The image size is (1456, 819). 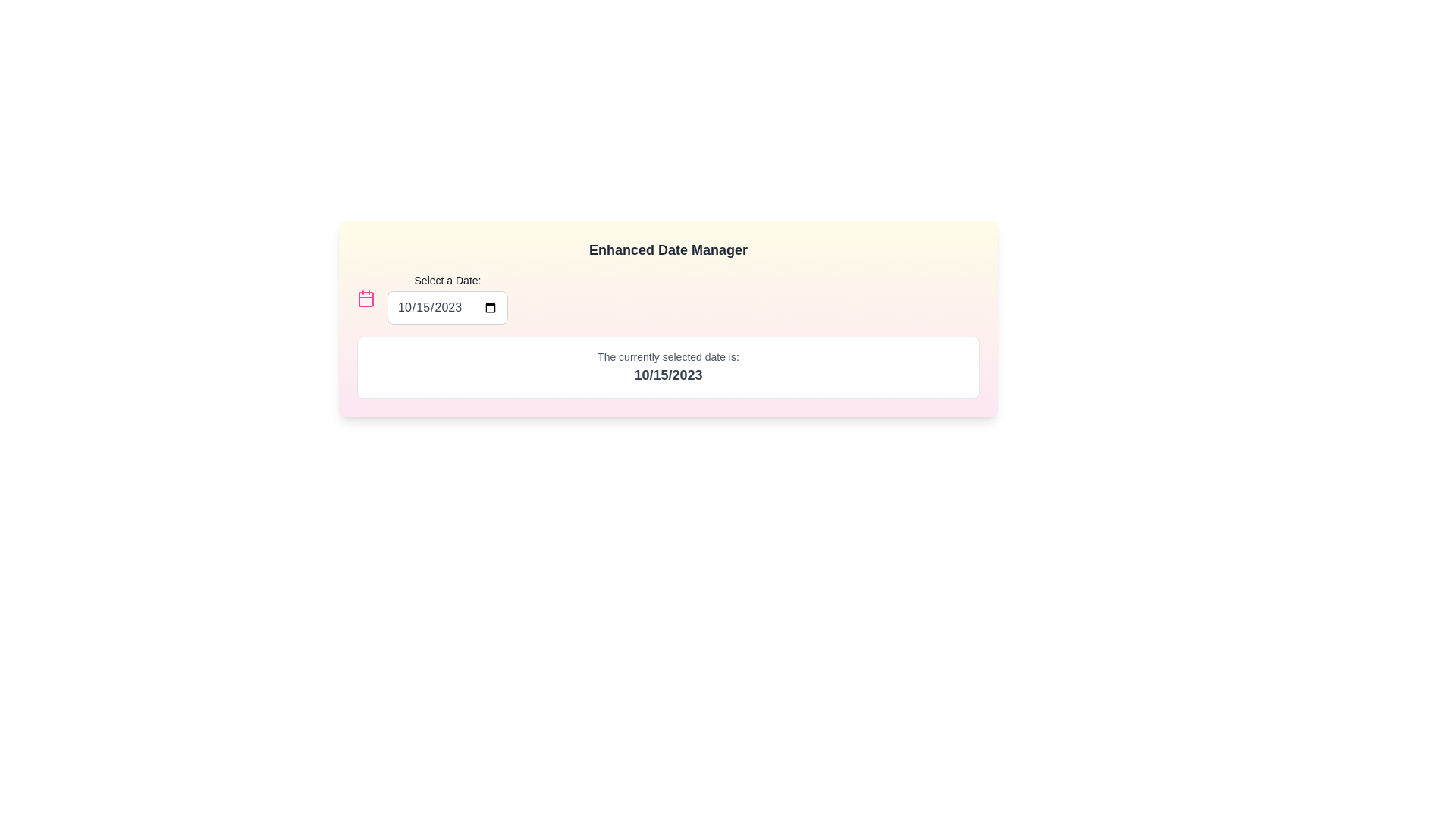 I want to click on the text label displaying 'Select a Date:' which is positioned above the date input field, so click(x=447, y=281).